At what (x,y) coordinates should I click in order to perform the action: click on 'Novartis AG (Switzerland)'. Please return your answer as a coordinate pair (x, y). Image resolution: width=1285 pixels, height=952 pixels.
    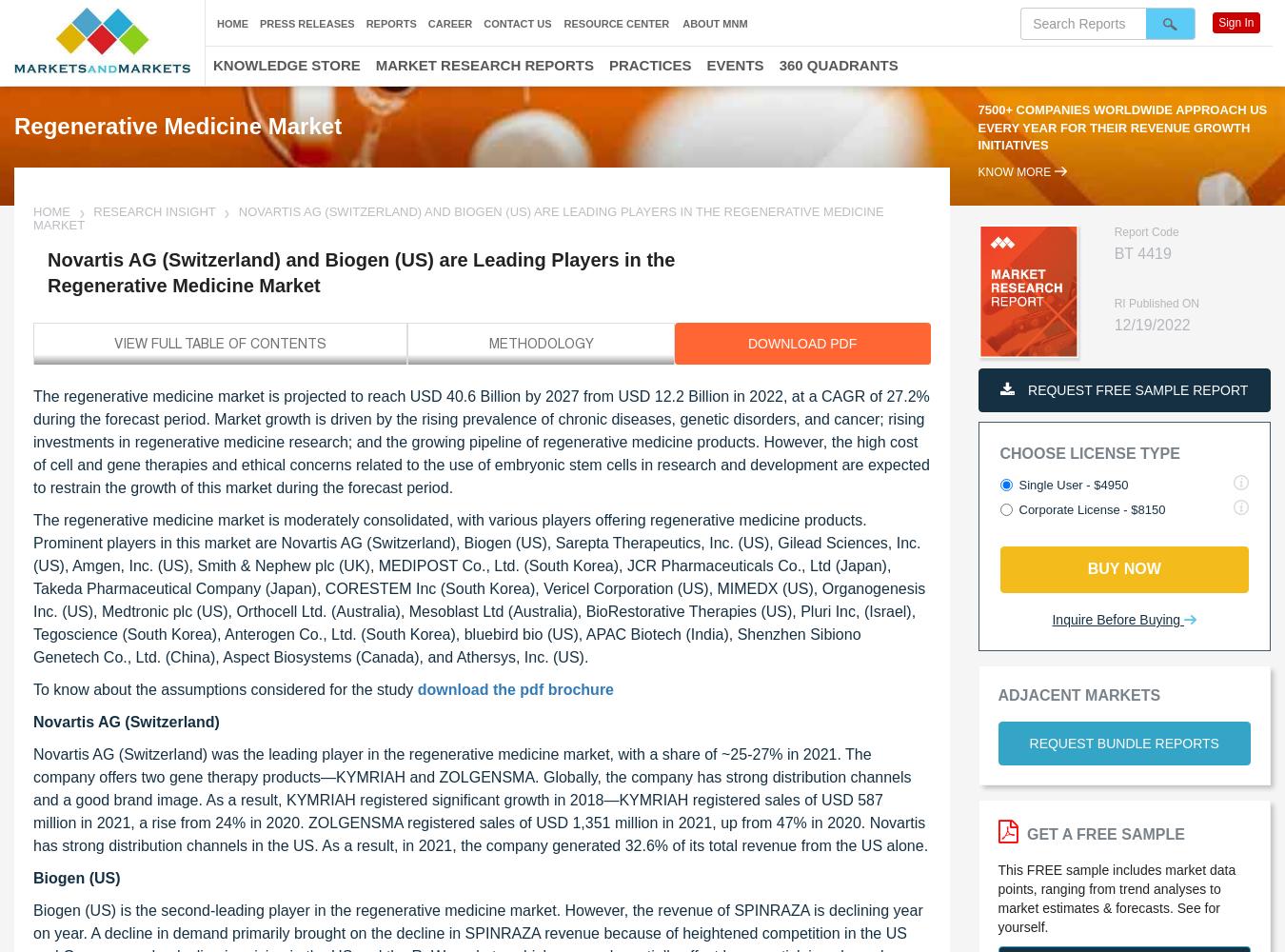
    Looking at the image, I should click on (126, 721).